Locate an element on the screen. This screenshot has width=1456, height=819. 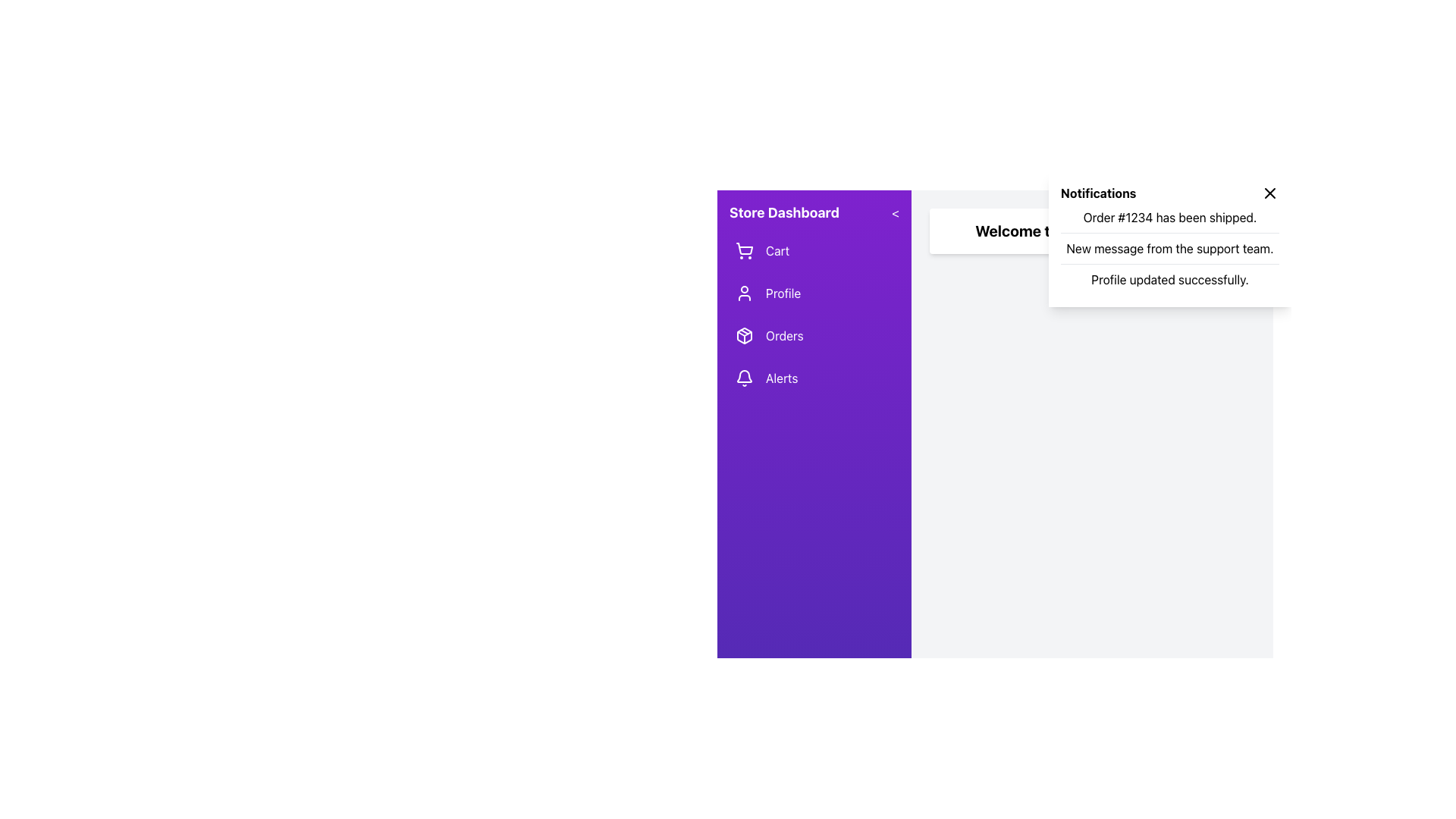
text from the header label of the notifications popup, which is positioned at the top-left of the overlay and indicates the purpose of the notifications is located at coordinates (1098, 192).